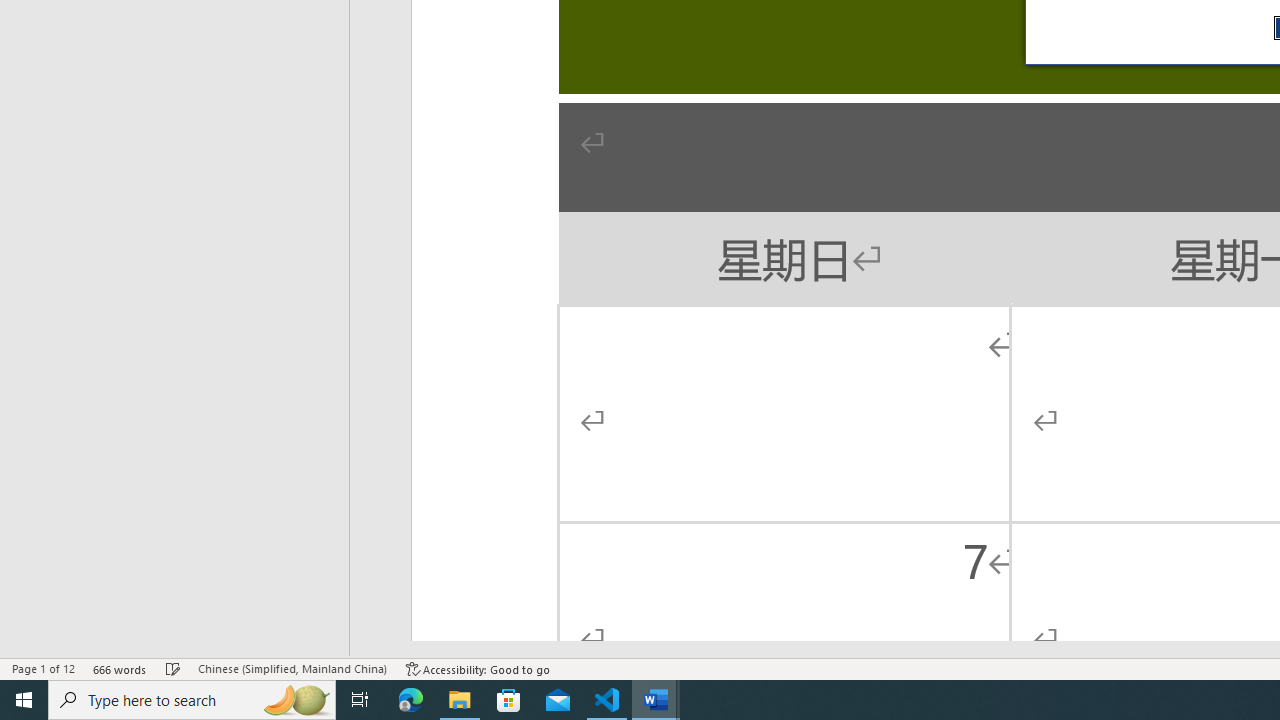  What do you see at coordinates (24, 698) in the screenshot?
I see `'Start'` at bounding box center [24, 698].